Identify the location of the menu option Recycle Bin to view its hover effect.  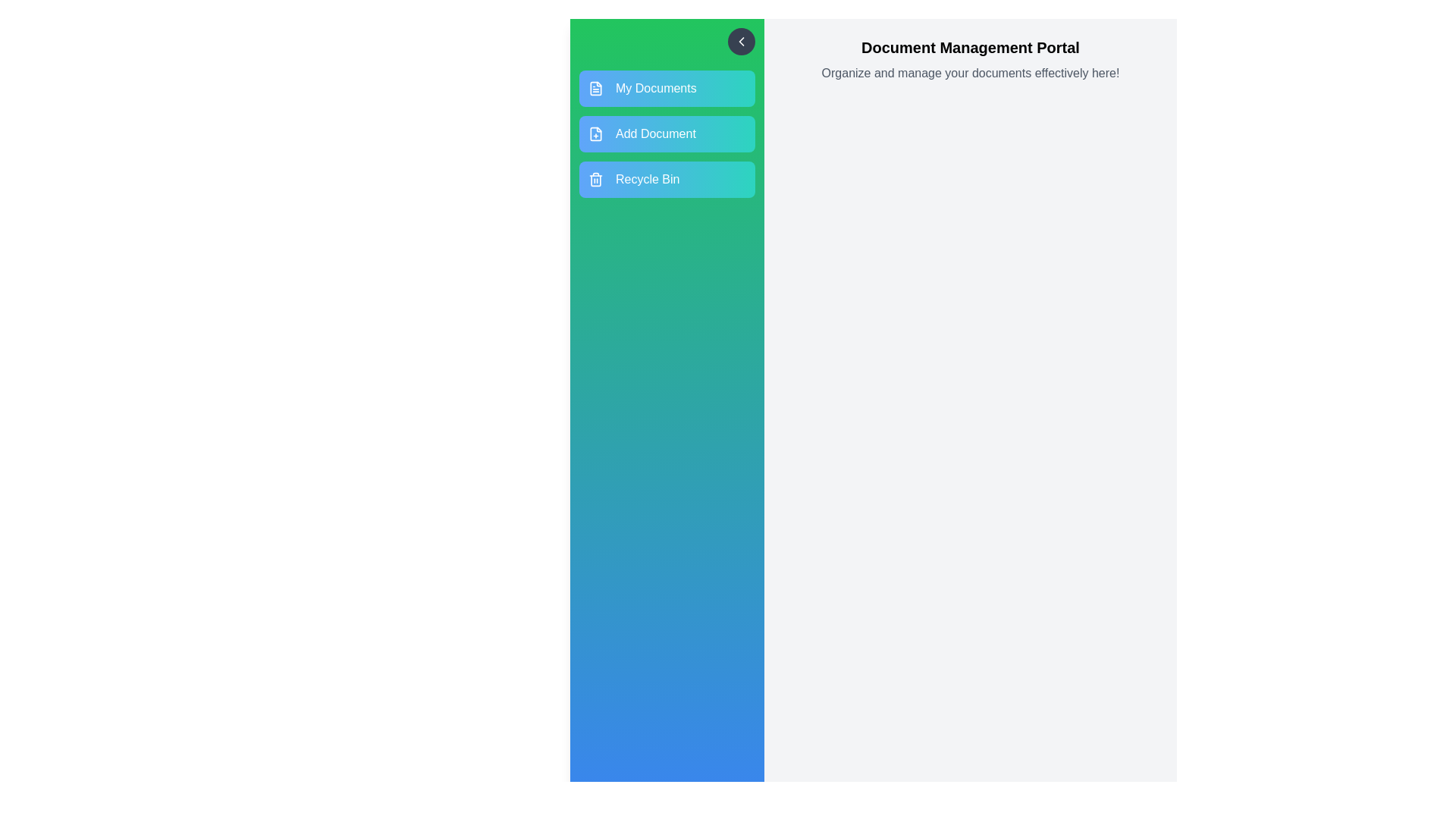
(667, 178).